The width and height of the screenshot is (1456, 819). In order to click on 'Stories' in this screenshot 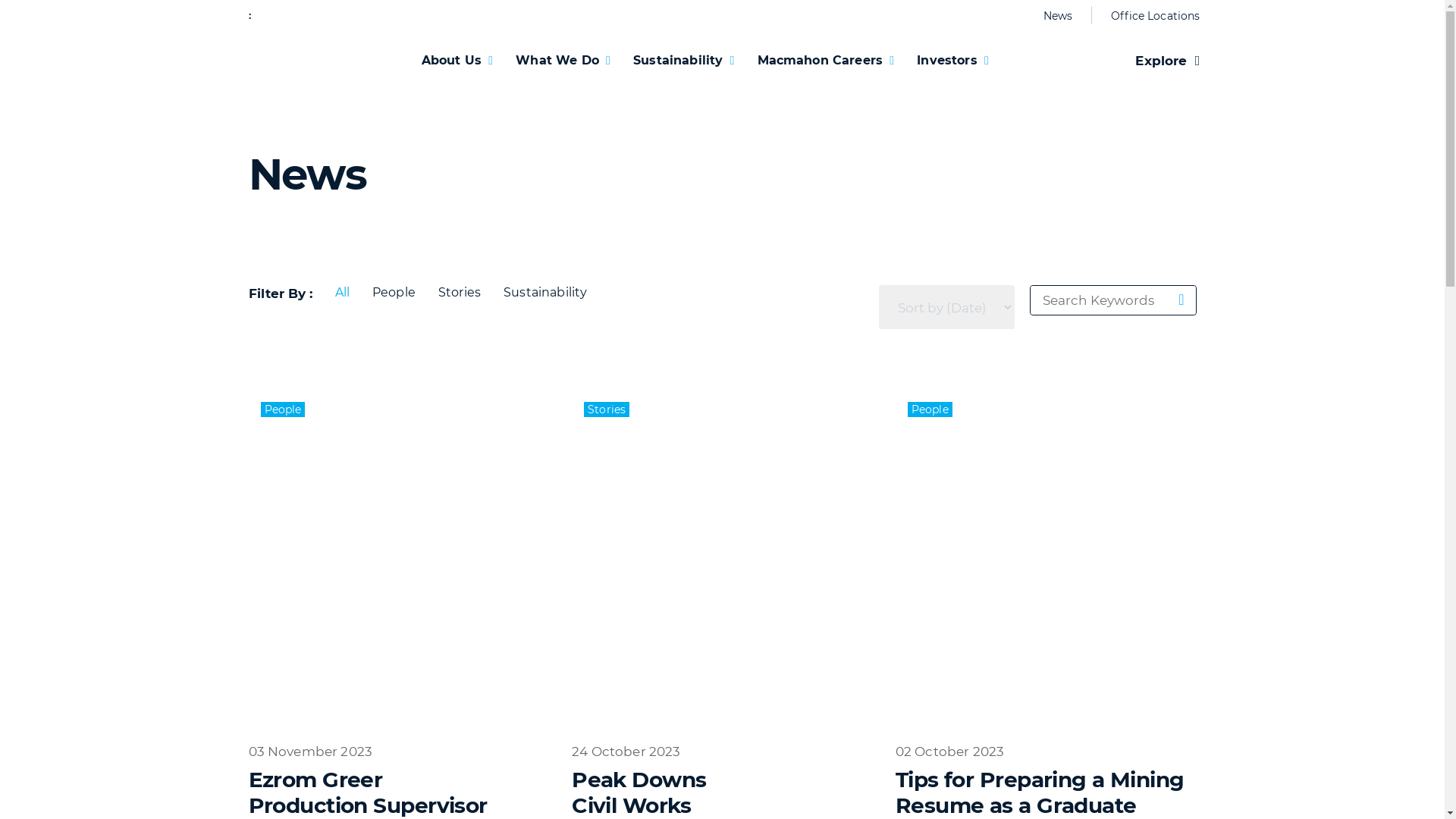, I will do `click(458, 292)`.